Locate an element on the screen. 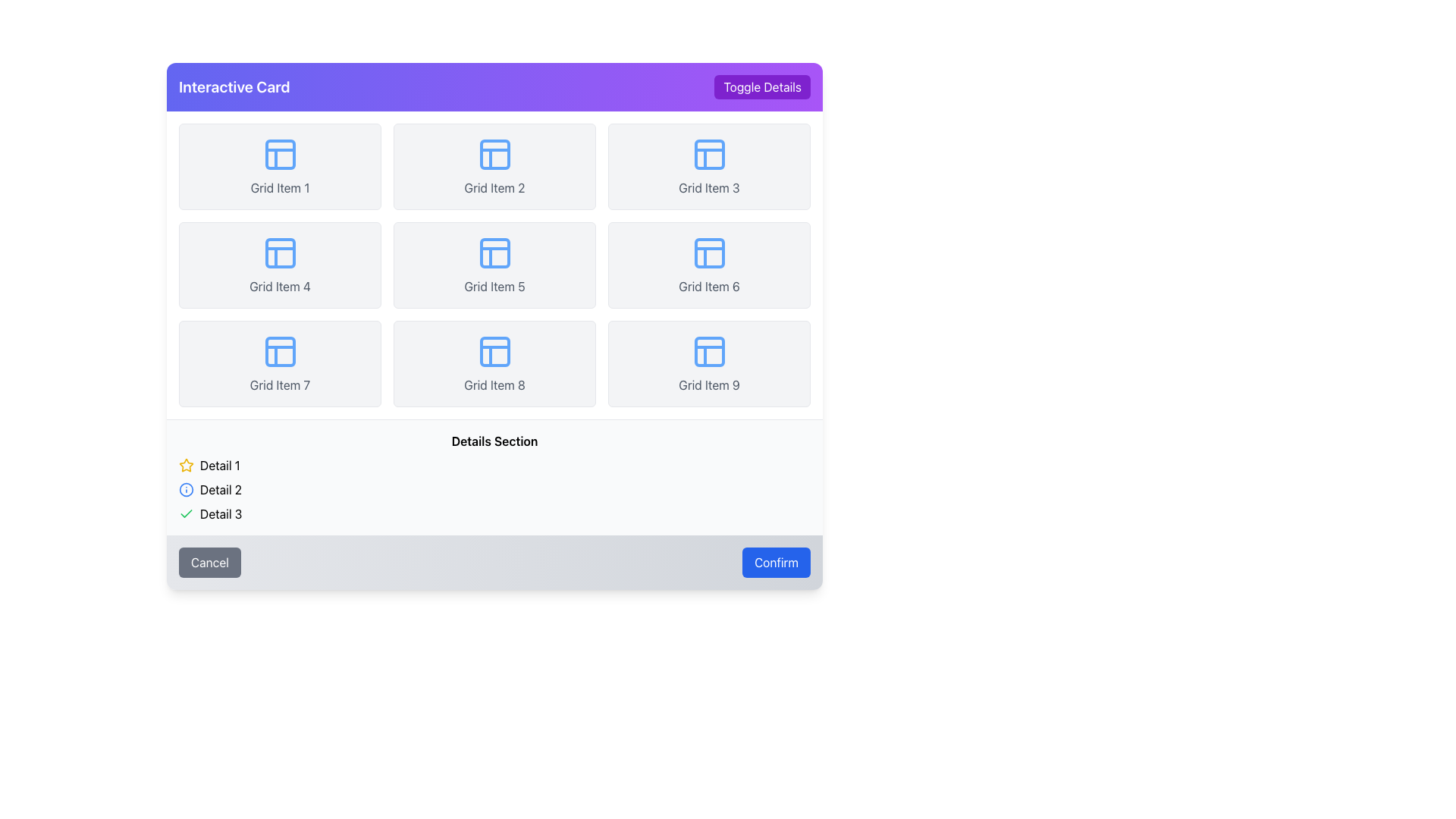  the rectangular card with a light gray background and a blue grid icon at the top, labeled 'Grid Item 1' is located at coordinates (280, 166).